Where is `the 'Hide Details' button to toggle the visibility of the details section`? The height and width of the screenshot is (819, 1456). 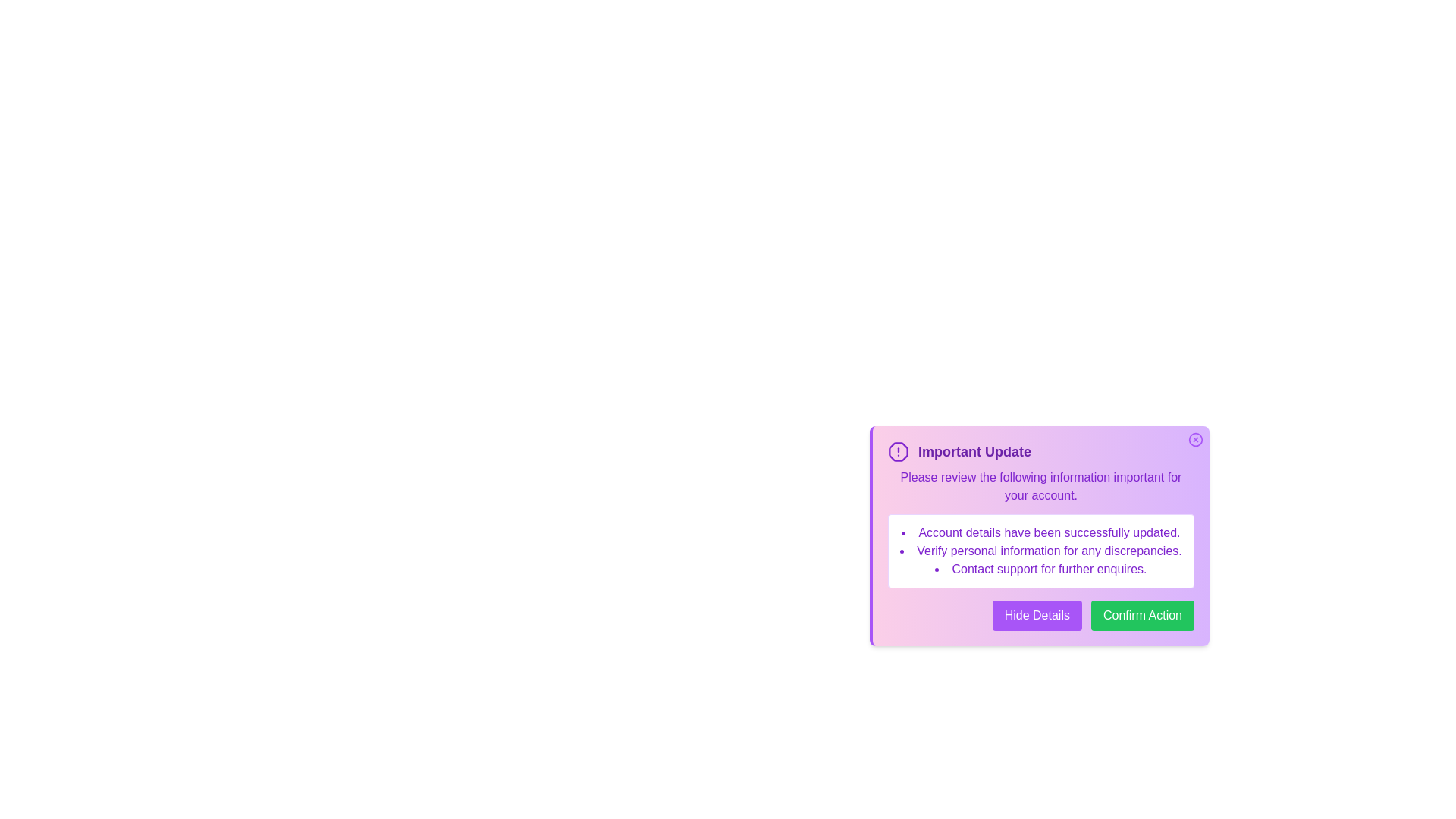 the 'Hide Details' button to toggle the visibility of the details section is located at coordinates (1036, 616).